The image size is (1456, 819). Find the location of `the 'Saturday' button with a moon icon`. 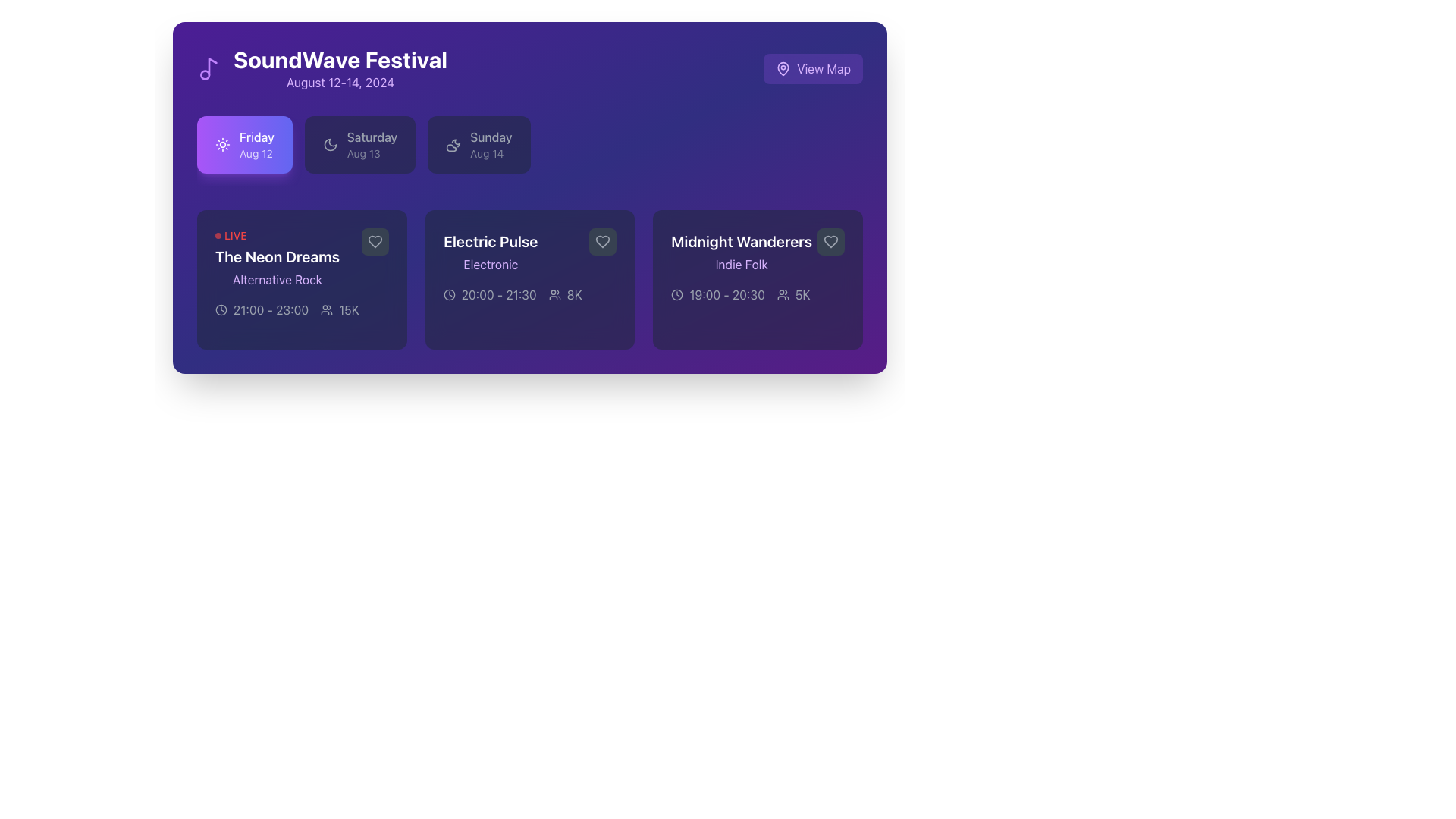

the 'Saturday' button with a moon icon is located at coordinates (359, 145).